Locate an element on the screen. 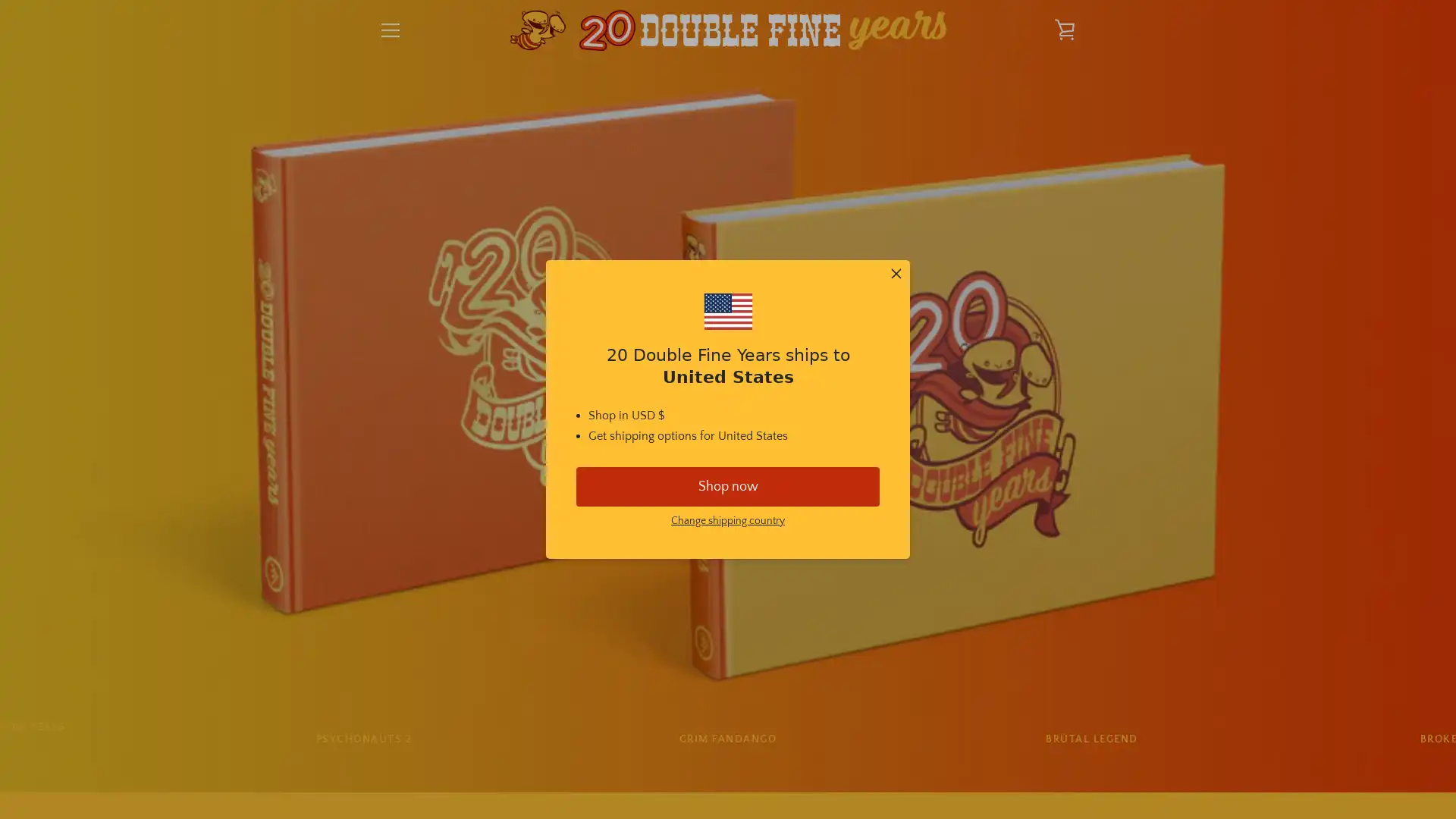 This screenshot has height=819, width=1456. Change shipping country is located at coordinates (728, 519).